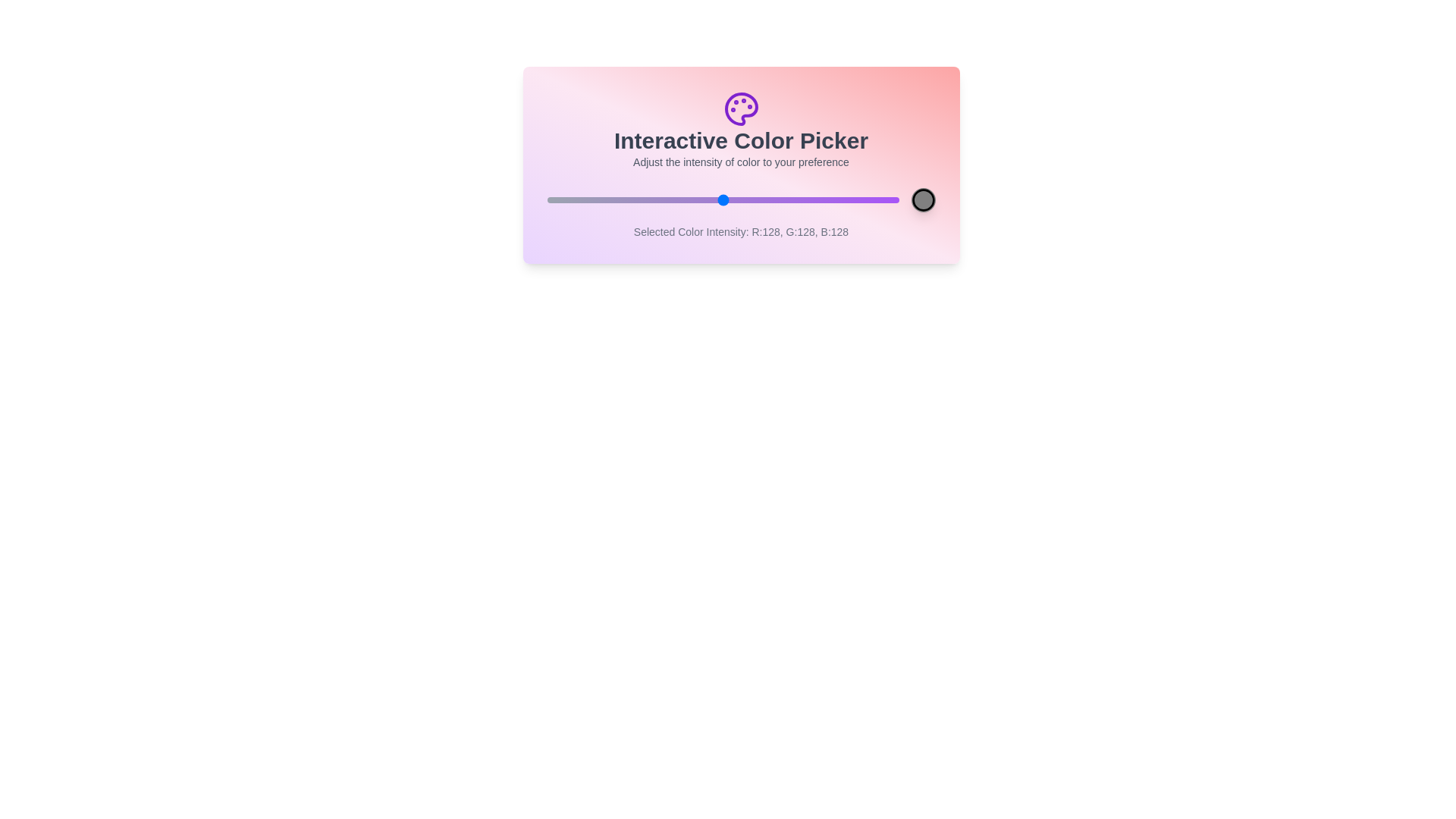 This screenshot has width=1456, height=819. Describe the element at coordinates (832, 199) in the screenshot. I see `the color intensity to 208 by dragging the slider` at that location.